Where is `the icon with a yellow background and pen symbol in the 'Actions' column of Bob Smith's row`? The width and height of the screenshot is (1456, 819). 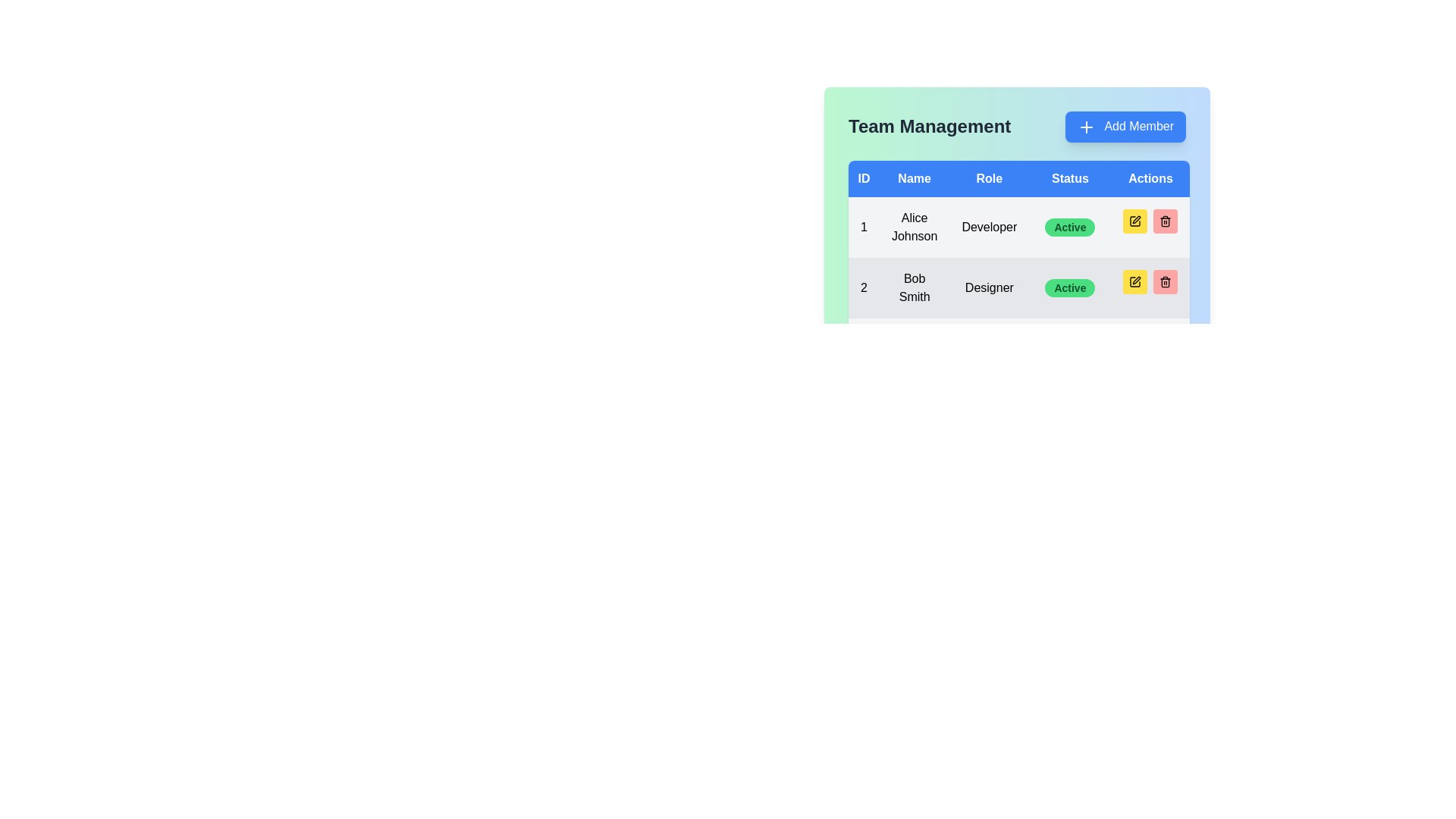
the icon with a yellow background and pen symbol in the 'Actions' column of Bob Smith's row is located at coordinates (1135, 221).